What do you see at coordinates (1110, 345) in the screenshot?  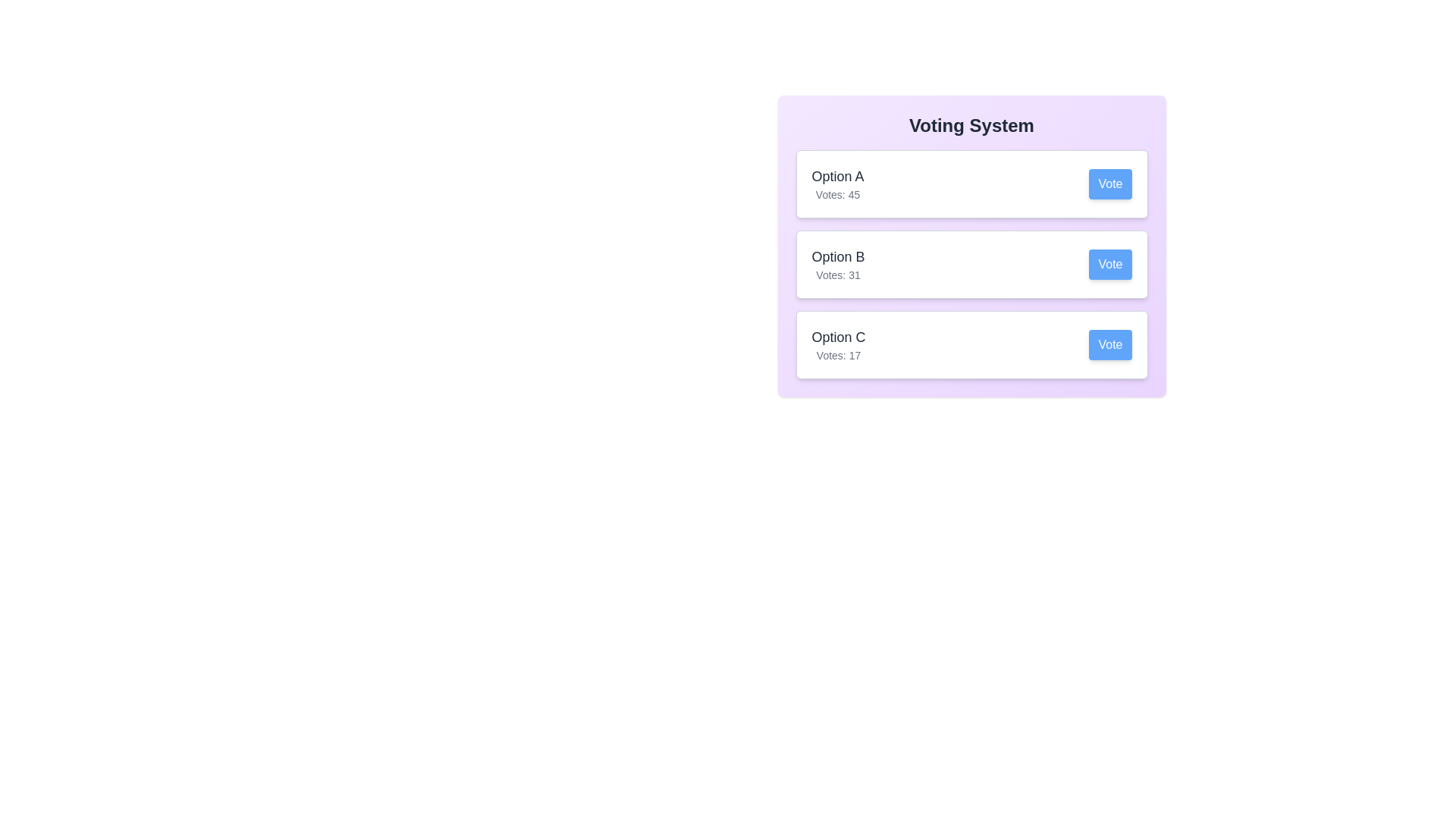 I see `the voting button for option C` at bounding box center [1110, 345].